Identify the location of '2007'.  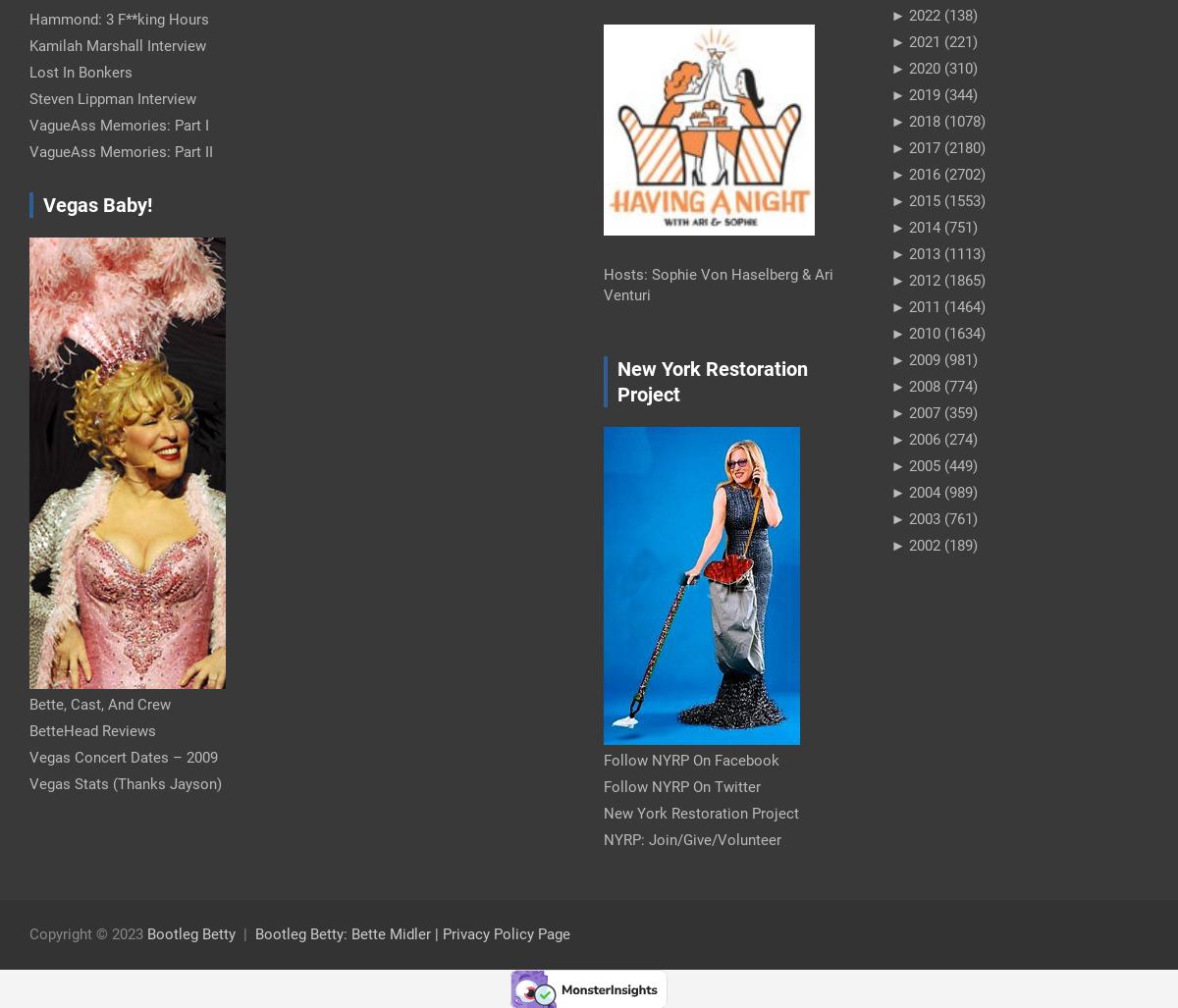
(925, 411).